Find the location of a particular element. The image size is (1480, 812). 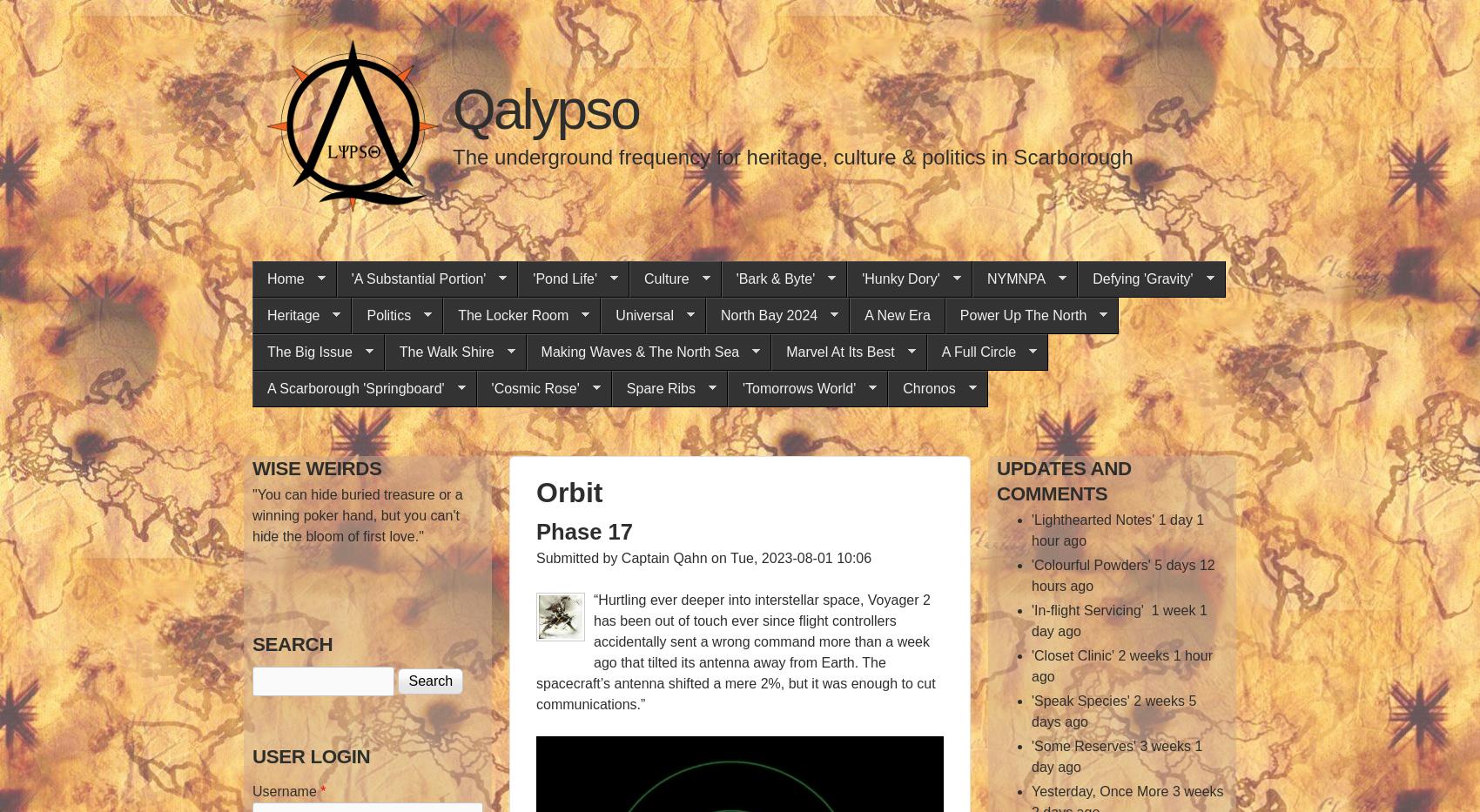

'Making Waves & The North Sea' is located at coordinates (640, 352).